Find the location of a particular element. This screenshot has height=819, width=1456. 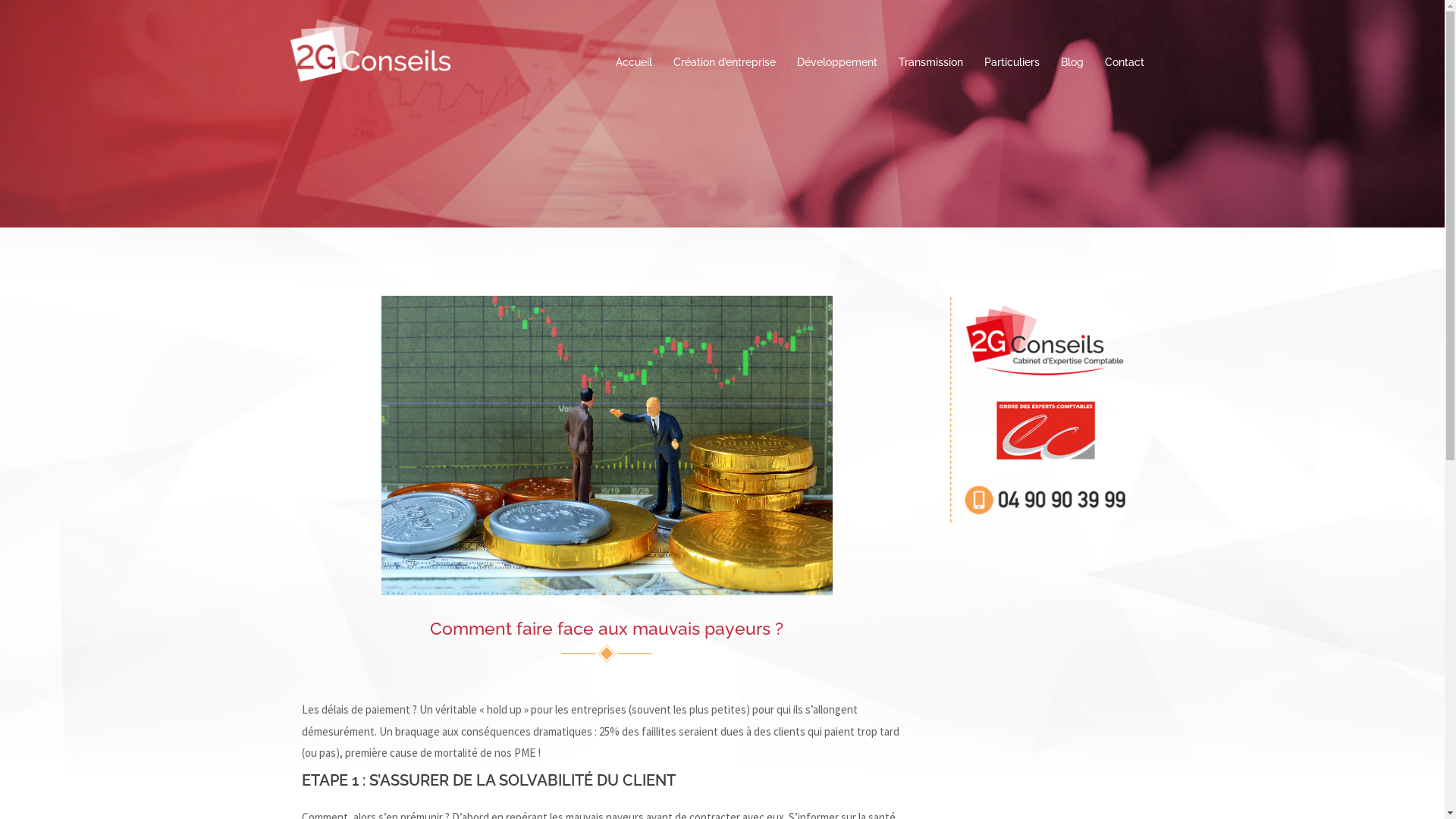

'Accueil' is located at coordinates (633, 61).